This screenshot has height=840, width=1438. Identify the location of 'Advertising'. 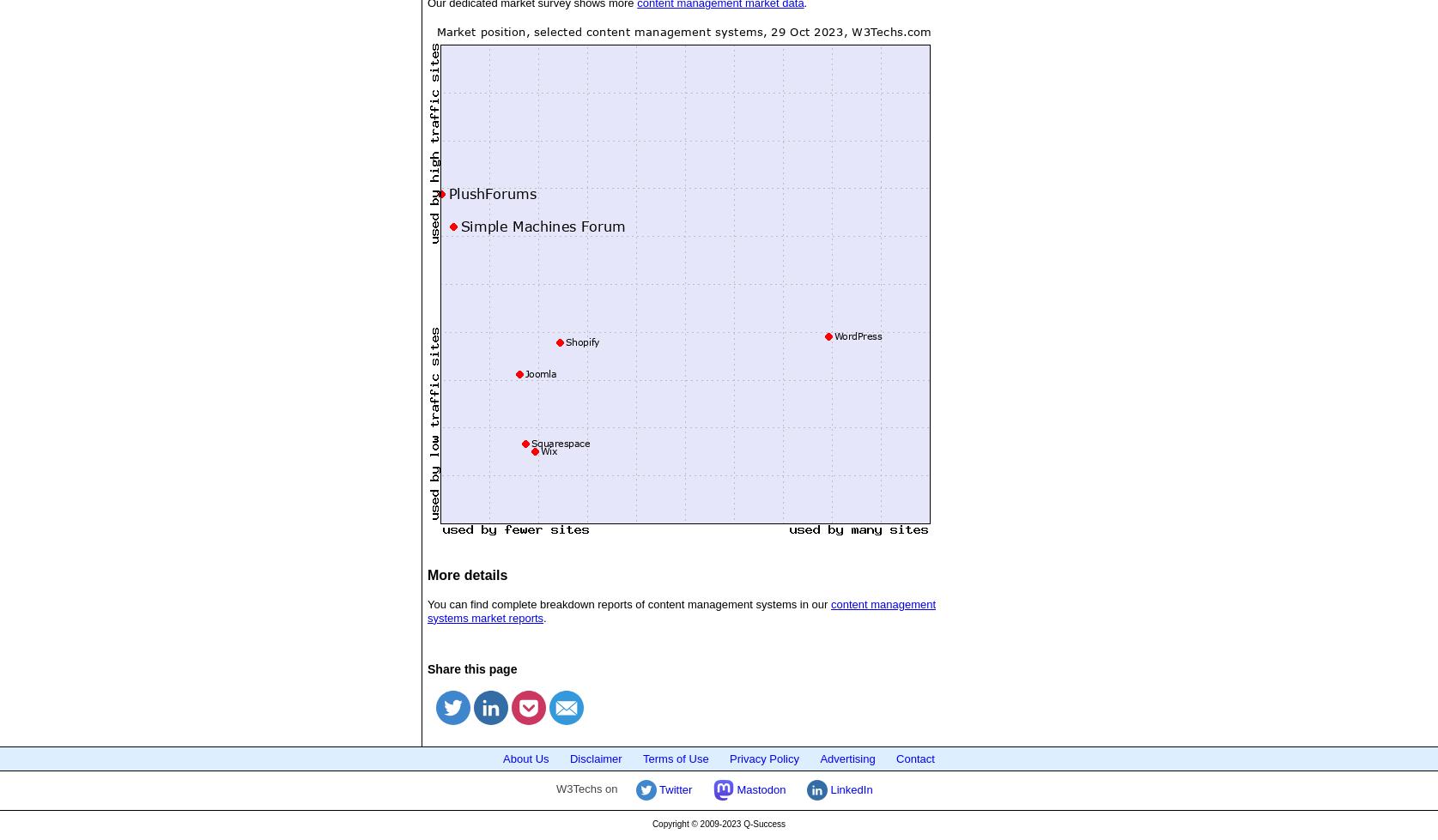
(846, 757).